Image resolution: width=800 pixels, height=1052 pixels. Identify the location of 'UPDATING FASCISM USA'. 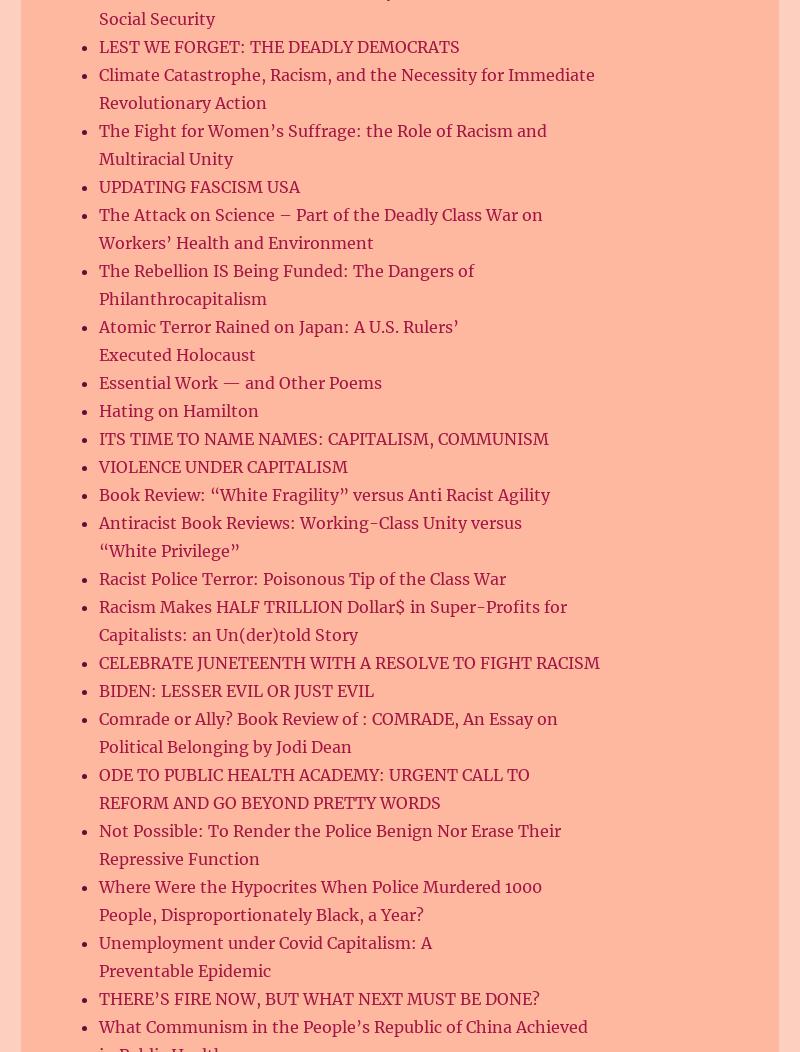
(198, 187).